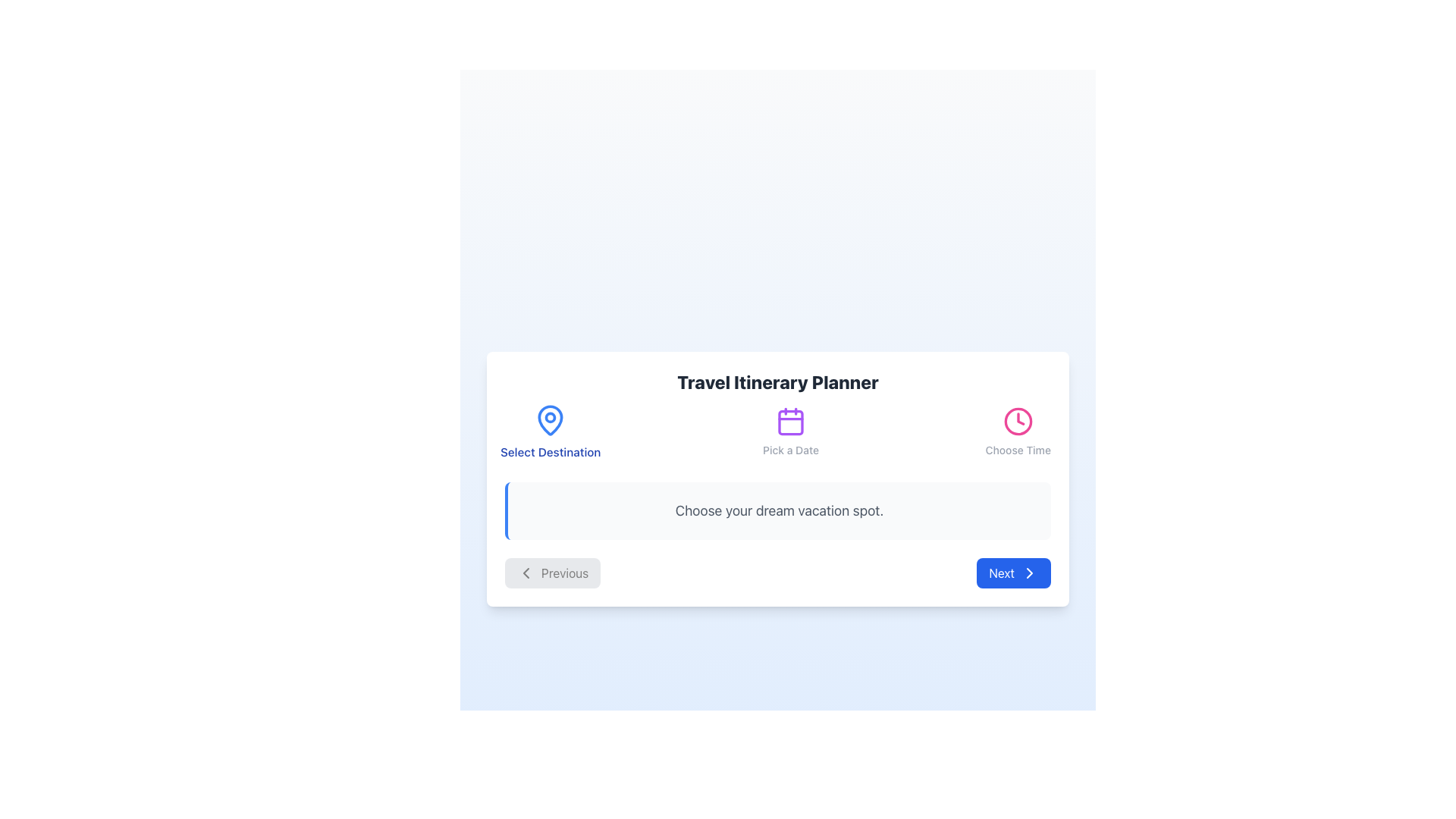 The width and height of the screenshot is (1456, 819). What do you see at coordinates (550, 432) in the screenshot?
I see `the leftmost button-like visual indicator for selecting a travel destination in the 'Travel Itinerary Planner' section` at bounding box center [550, 432].